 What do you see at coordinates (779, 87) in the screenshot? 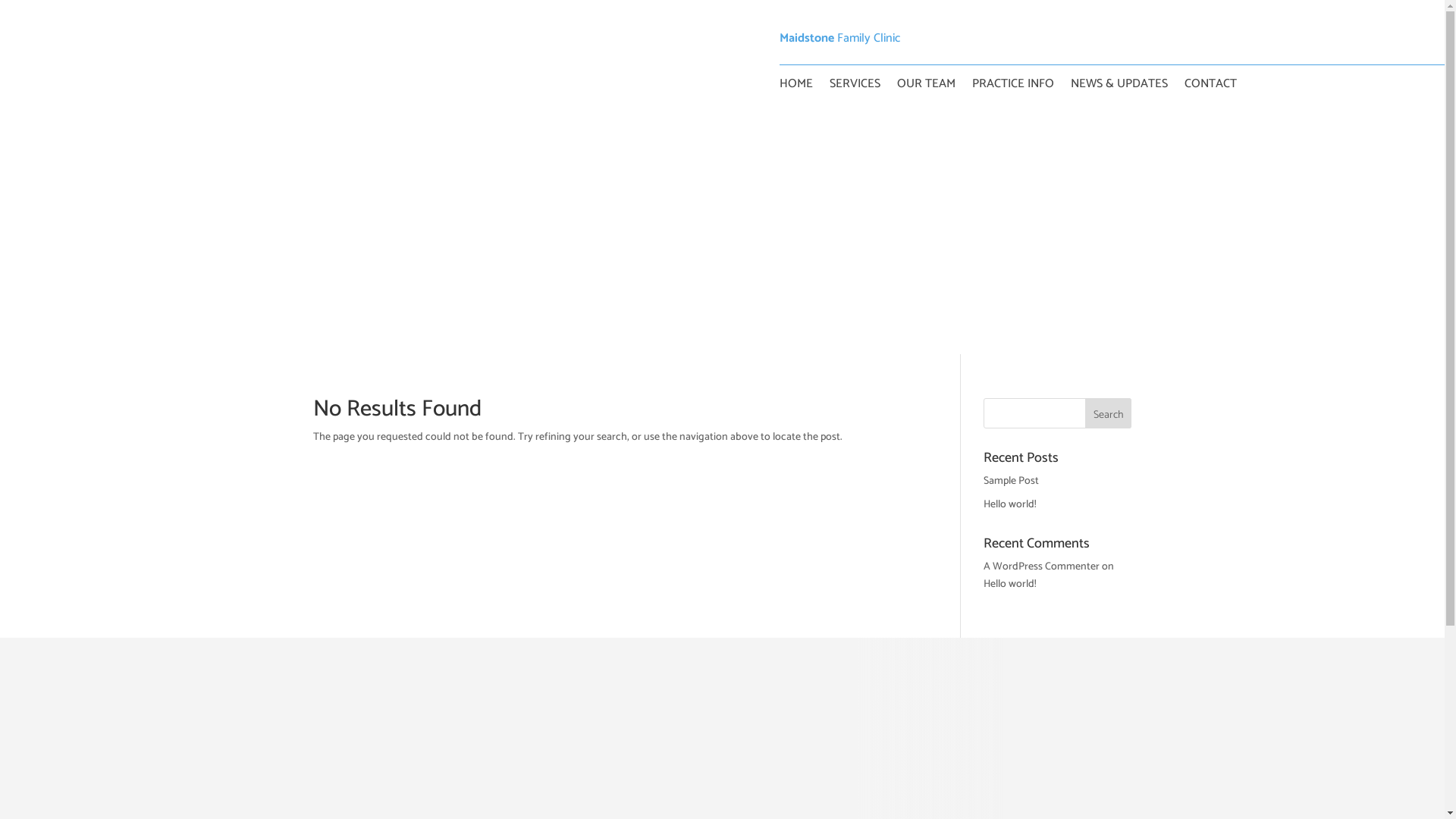
I see `'HOME'` at bounding box center [779, 87].